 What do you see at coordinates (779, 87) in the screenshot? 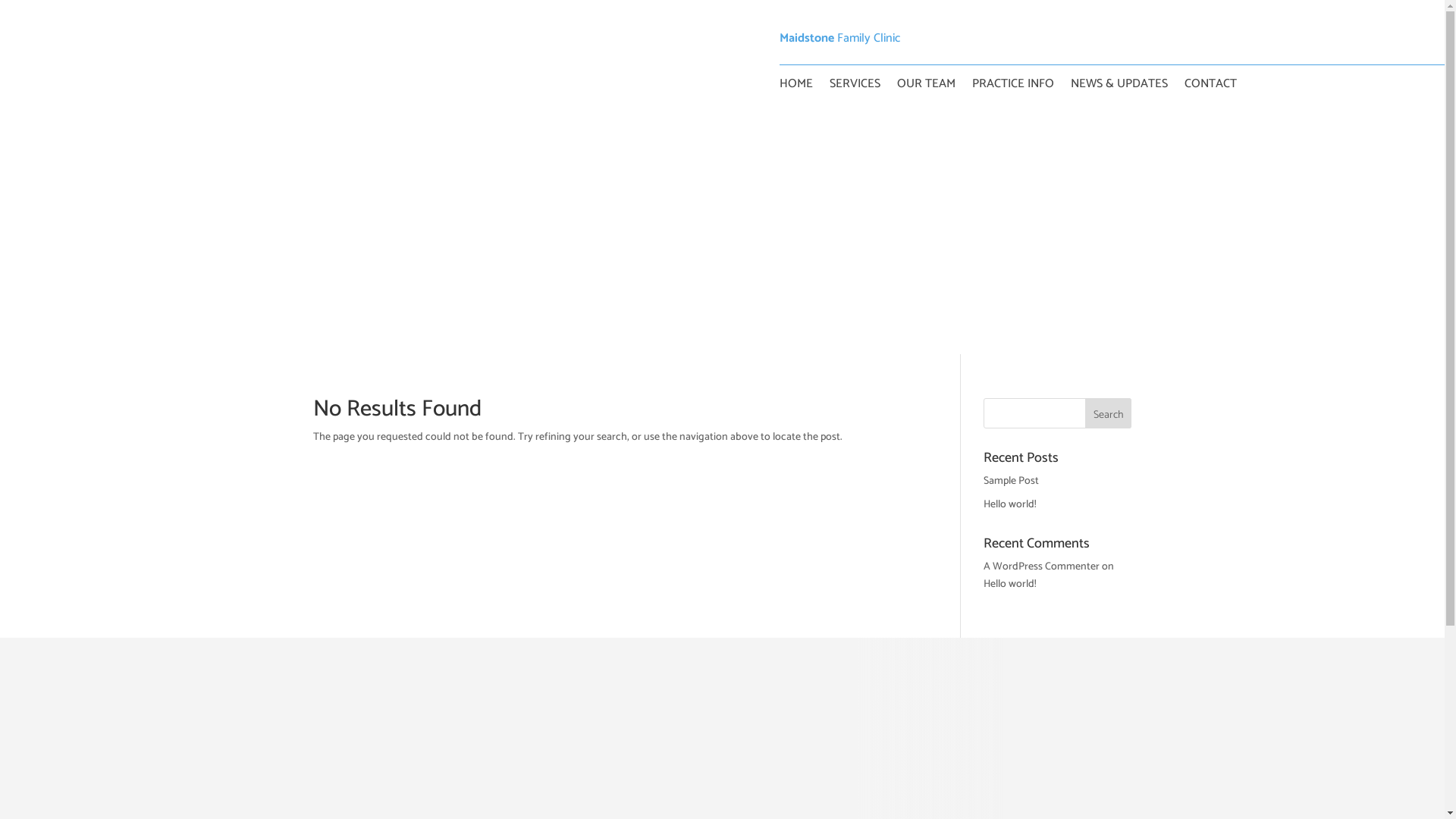
I see `'HOME'` at bounding box center [779, 87].